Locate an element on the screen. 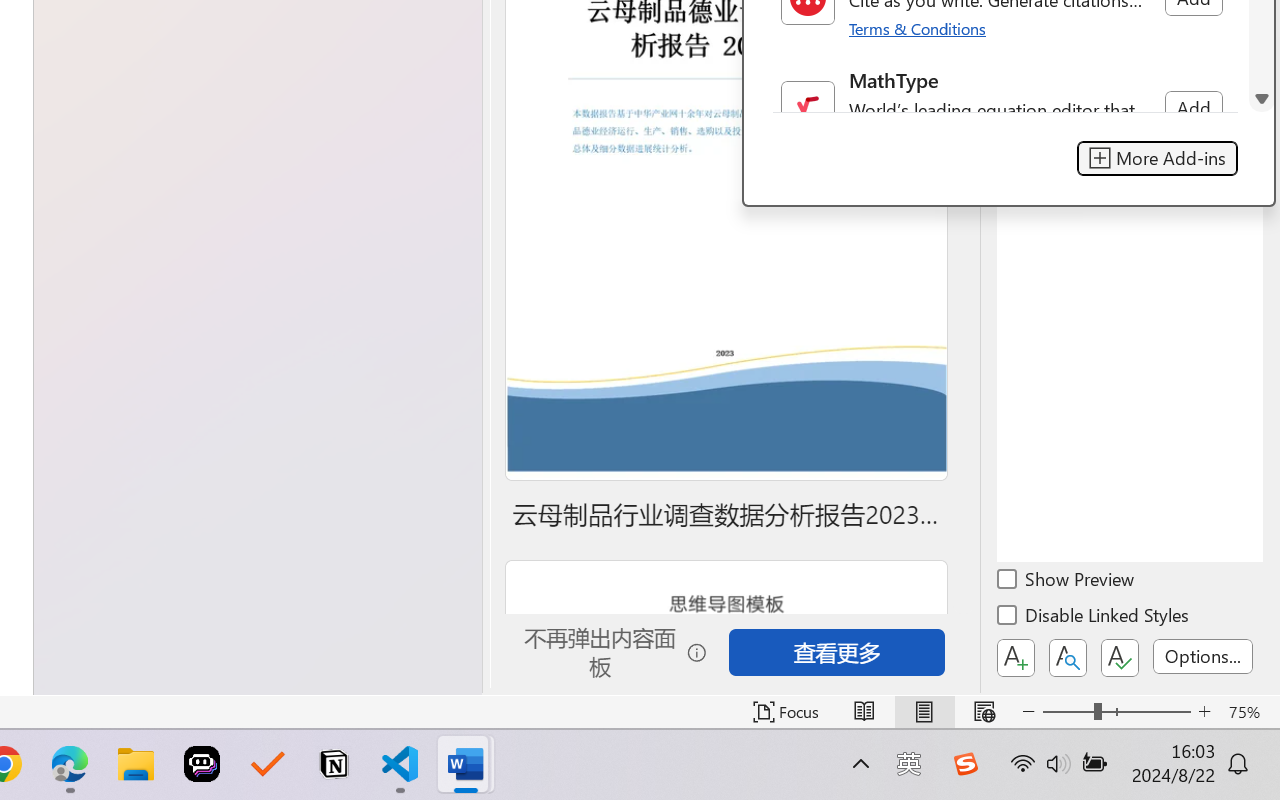 The image size is (1280, 800). 'Terms & Conditions' is located at coordinates (918, 28).